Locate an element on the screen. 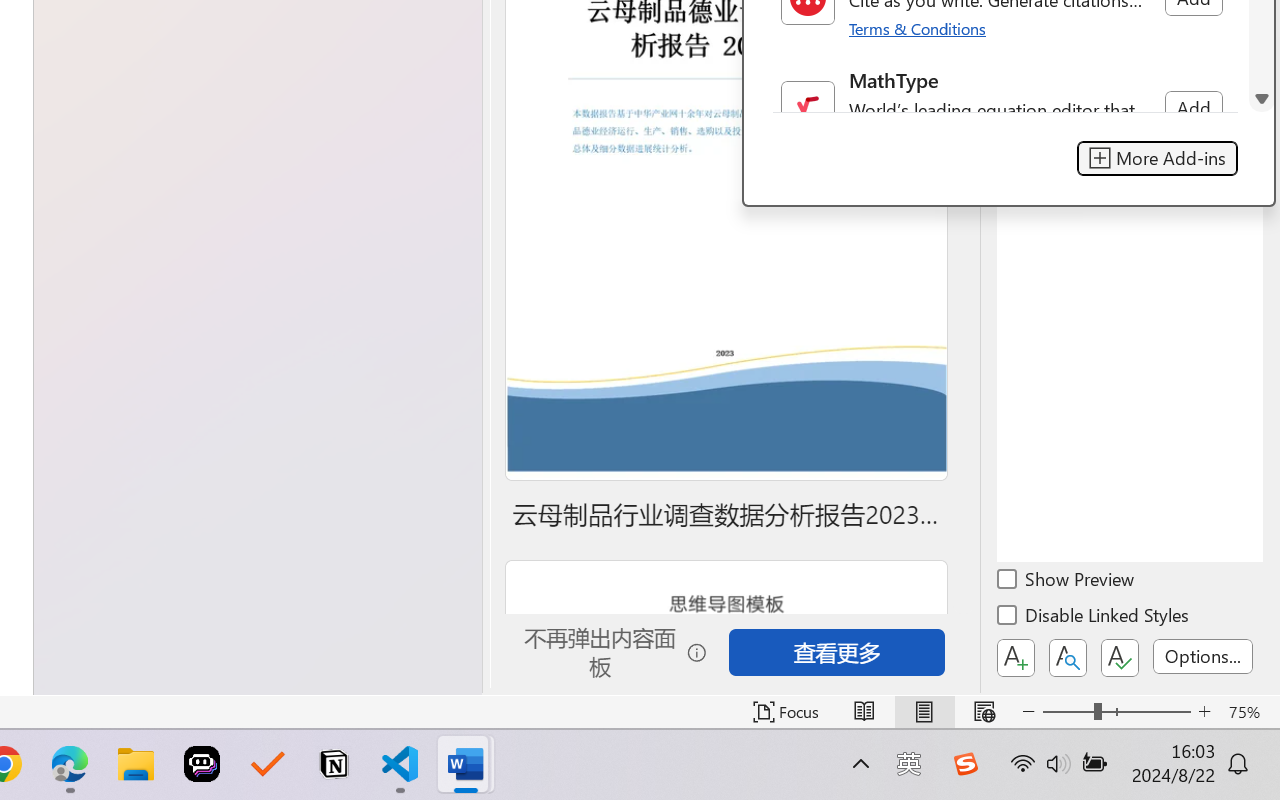 The image size is (1280, 800). 'Terms & Conditions' is located at coordinates (918, 28).